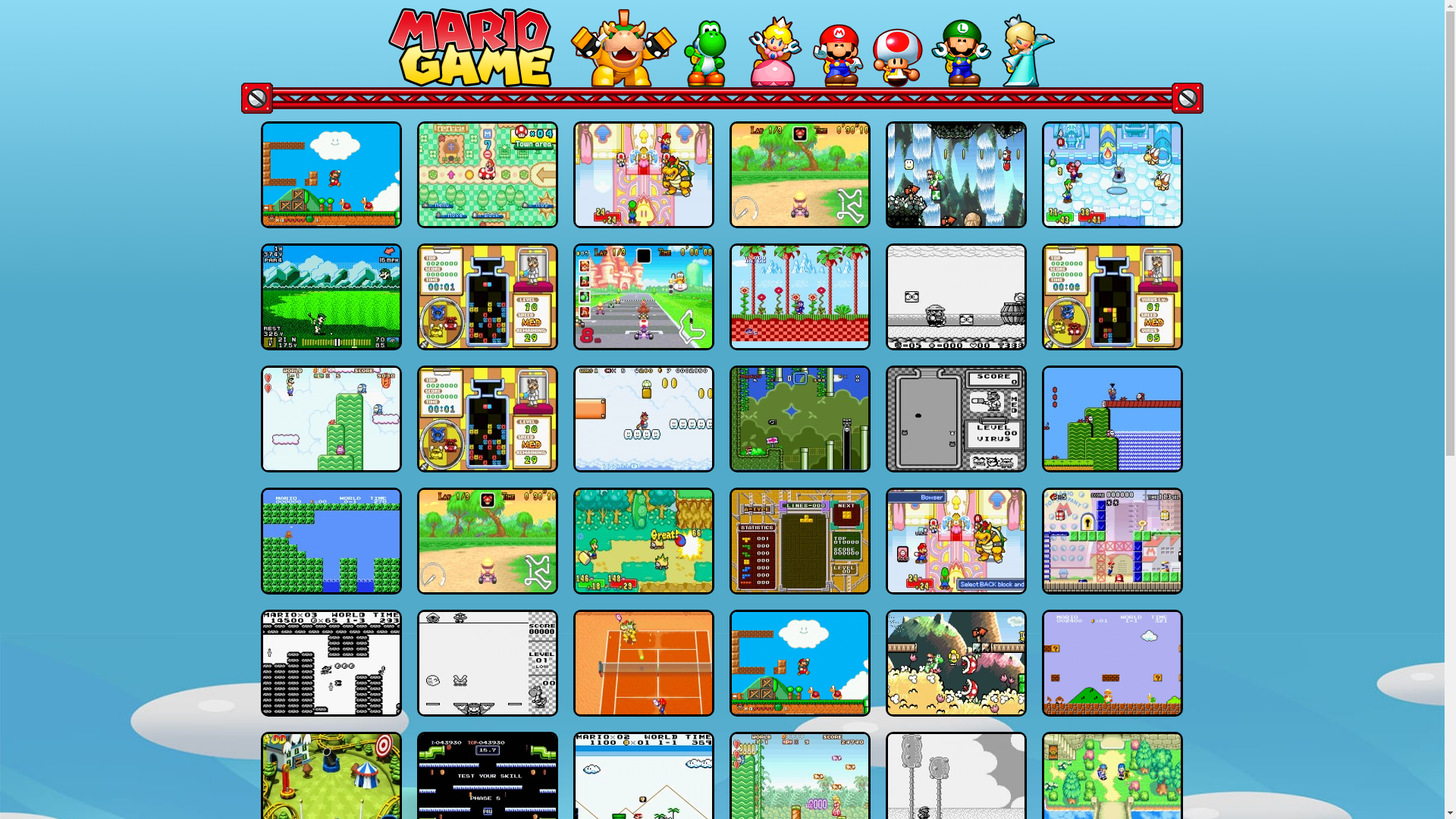 This screenshot has width=1456, height=819. Describe the element at coordinates (330, 538) in the screenshot. I see `'Cyborg Mario'` at that location.